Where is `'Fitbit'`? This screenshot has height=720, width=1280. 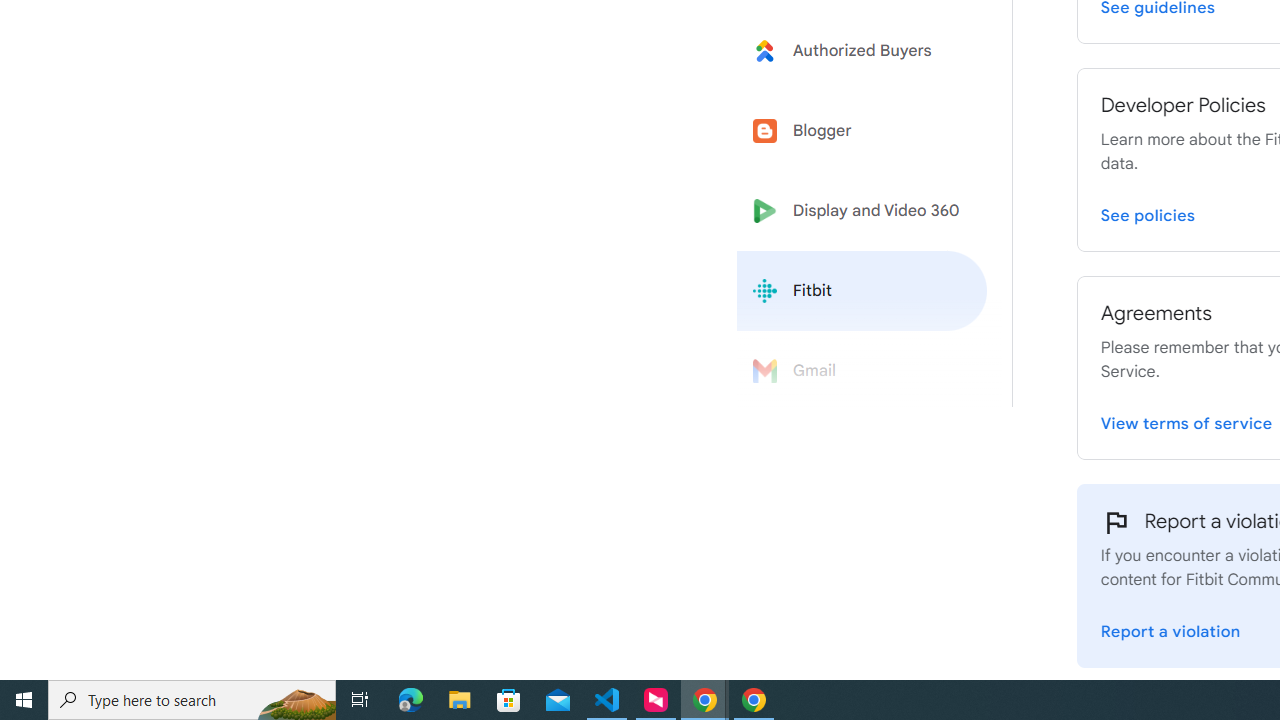
'Fitbit' is located at coordinates (862, 291).